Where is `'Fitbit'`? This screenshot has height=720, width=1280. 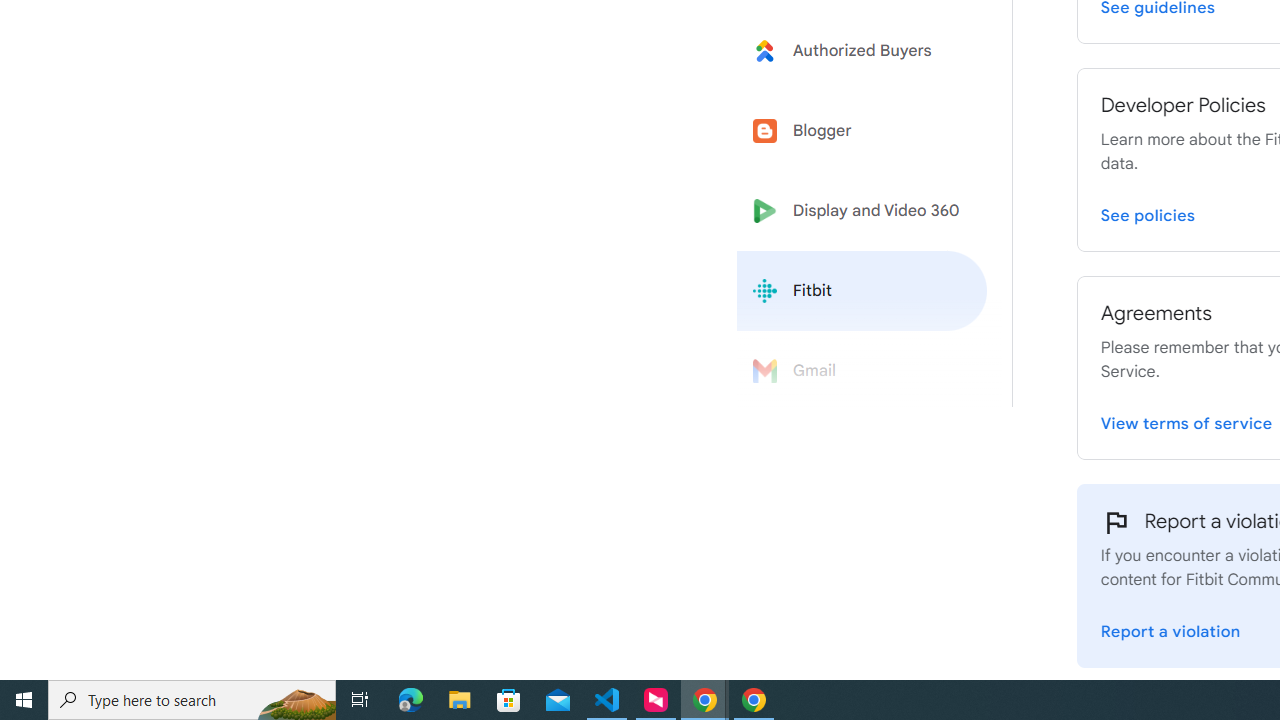
'Fitbit' is located at coordinates (862, 291).